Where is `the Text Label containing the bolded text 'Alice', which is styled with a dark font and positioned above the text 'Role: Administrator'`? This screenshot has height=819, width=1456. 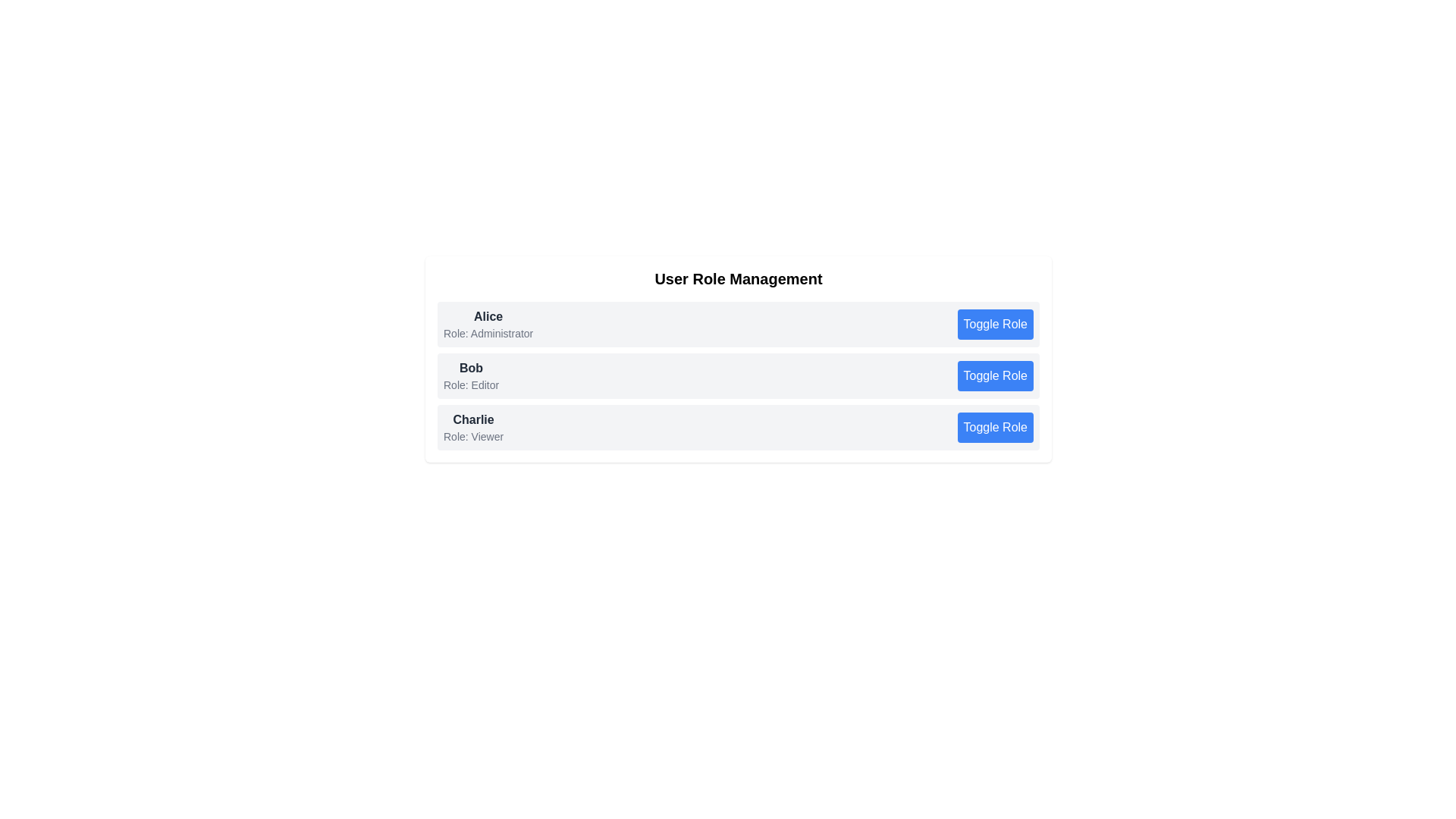 the Text Label containing the bolded text 'Alice', which is styled with a dark font and positioned above the text 'Role: Administrator' is located at coordinates (488, 315).